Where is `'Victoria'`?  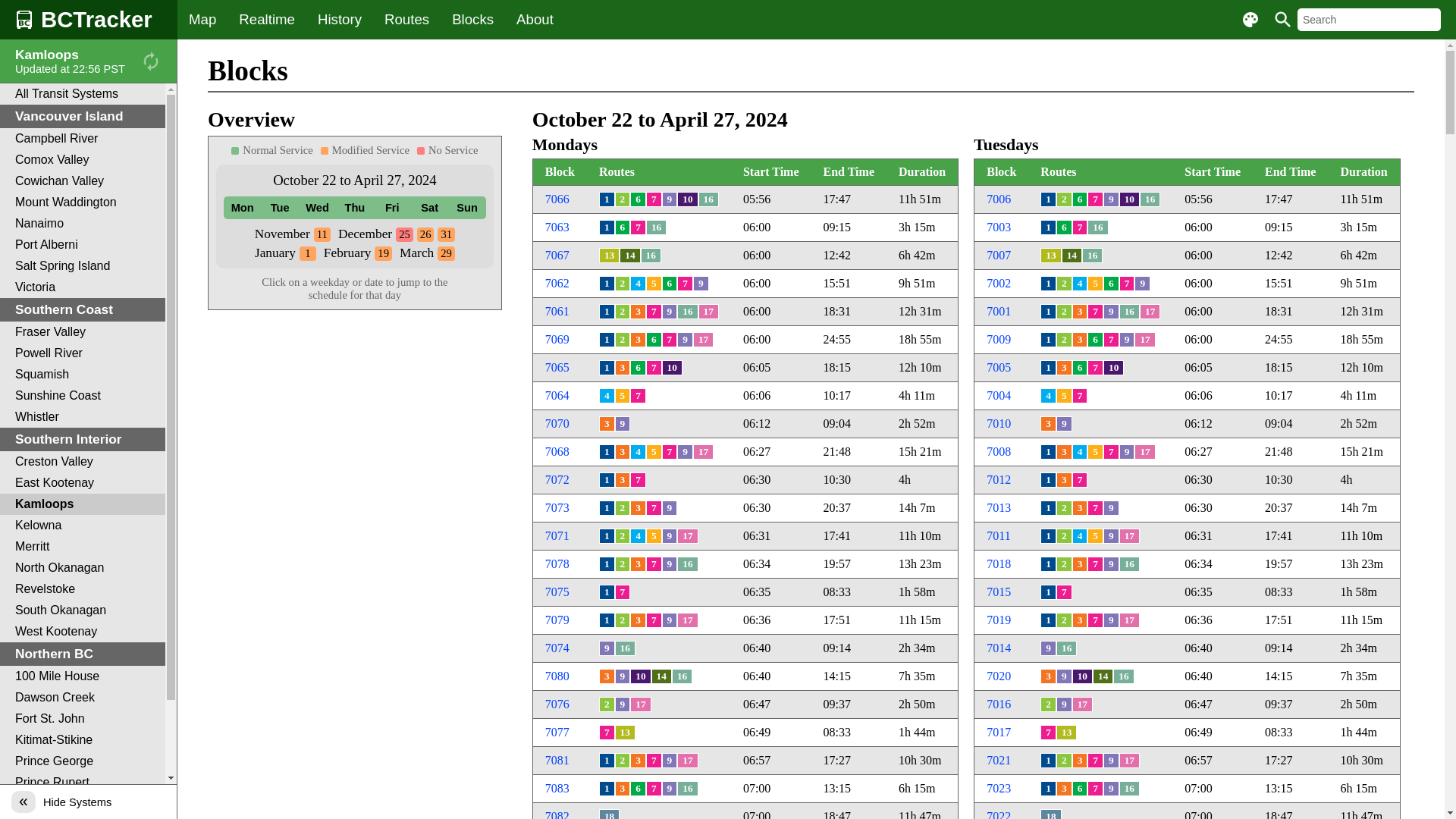 'Victoria' is located at coordinates (82, 287).